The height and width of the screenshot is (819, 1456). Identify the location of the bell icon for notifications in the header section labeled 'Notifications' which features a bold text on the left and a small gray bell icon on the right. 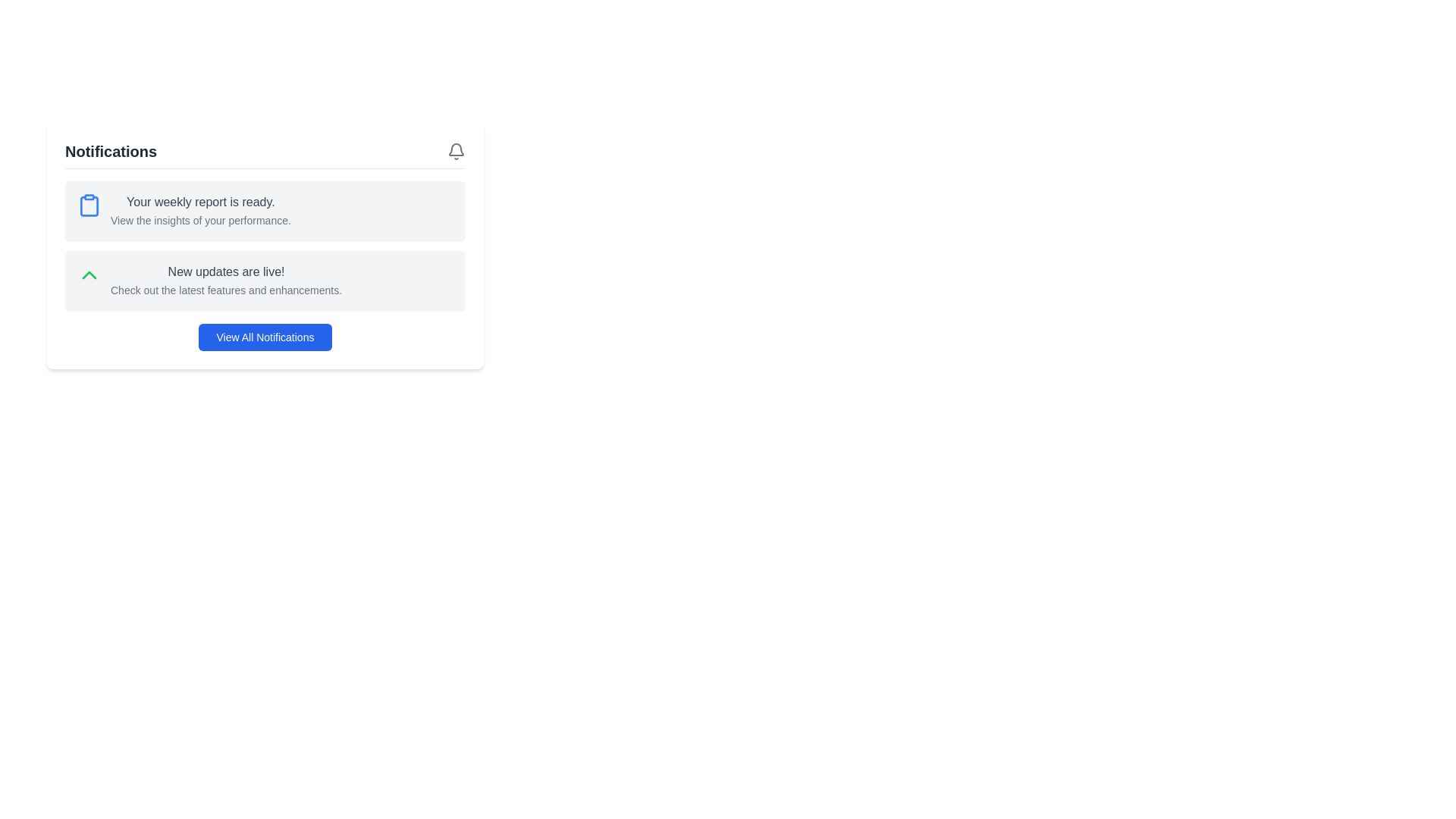
(265, 155).